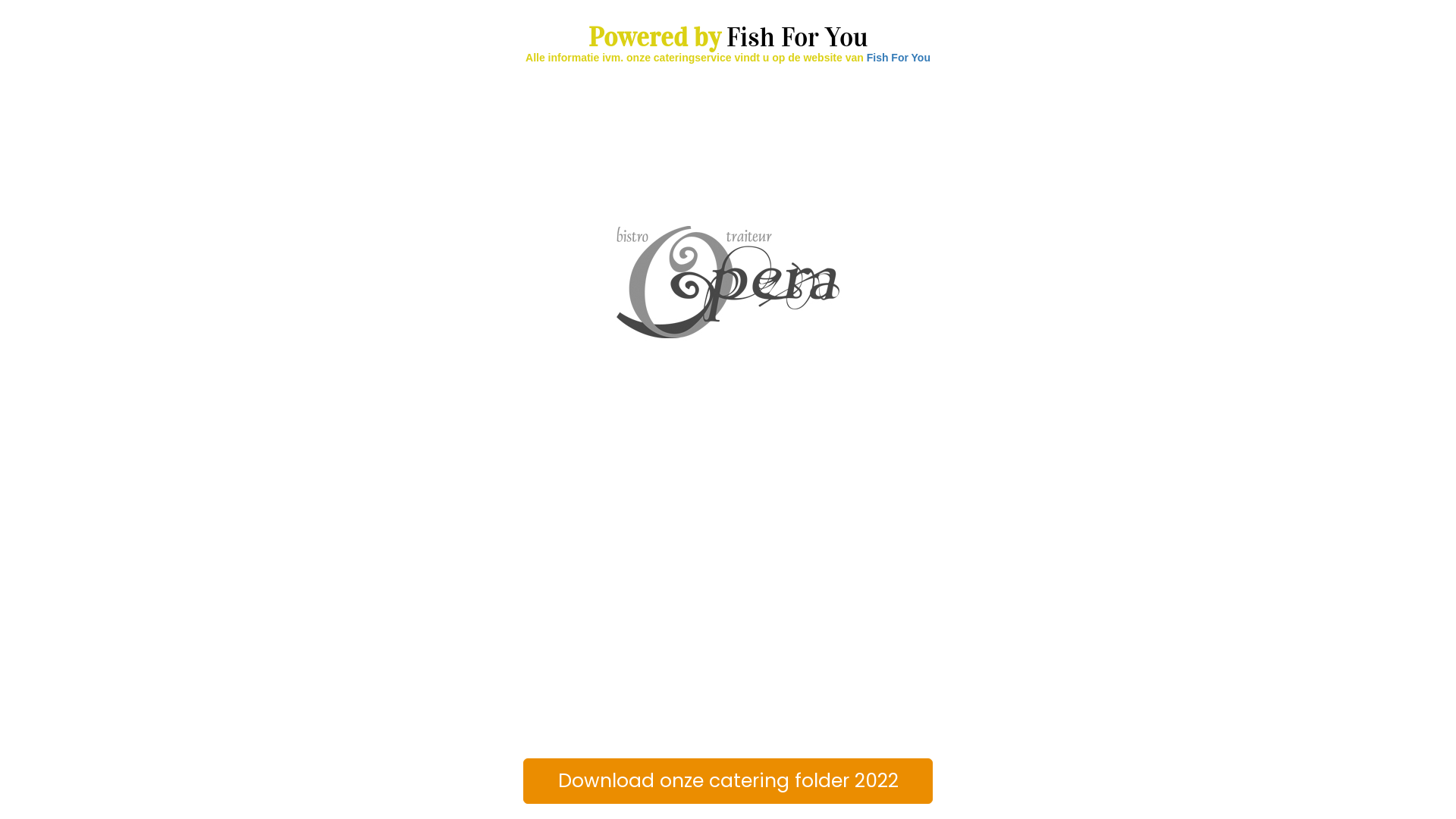  I want to click on 'Fish For You', so click(899, 57).